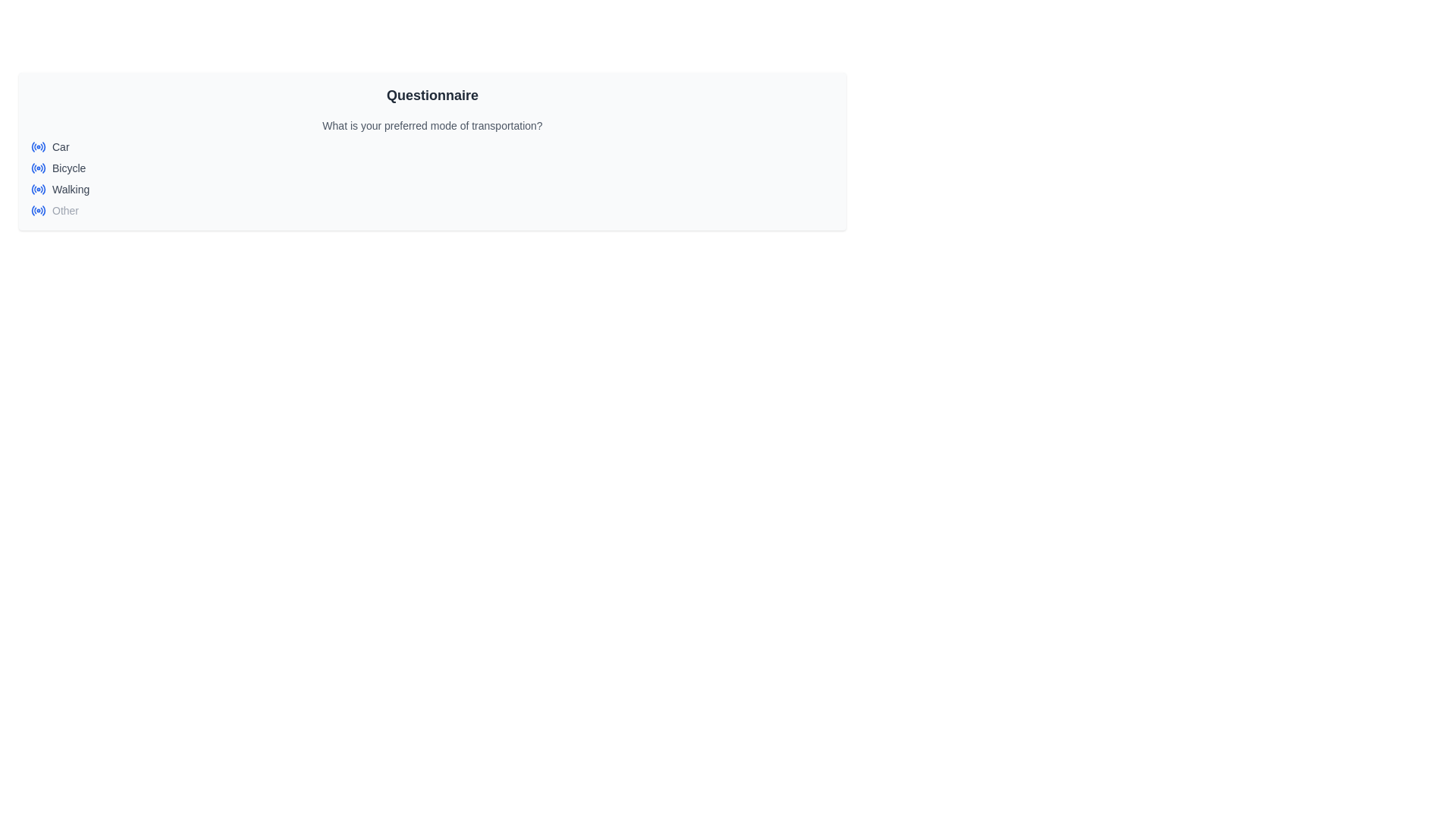 This screenshot has height=819, width=1456. I want to click on the selected radio button for 'Bicycle' which is the second option in the vertical list of radio buttons, so click(39, 168).